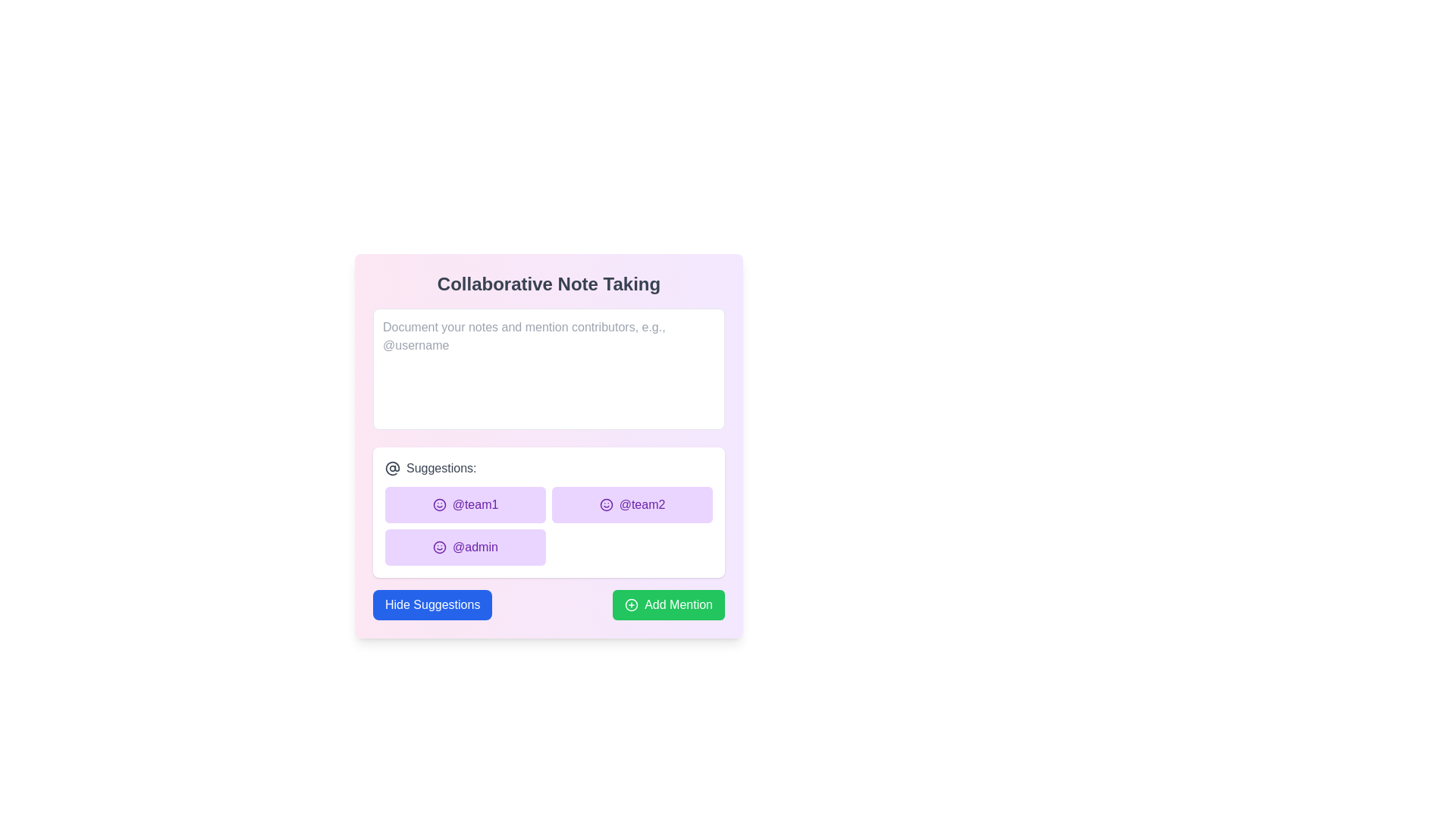 Image resolution: width=1456 pixels, height=819 pixels. I want to click on the blue rectangular button labeled 'Hide Suggestions' with white text, located at the bottom-left corner of the interactive section, so click(431, 604).